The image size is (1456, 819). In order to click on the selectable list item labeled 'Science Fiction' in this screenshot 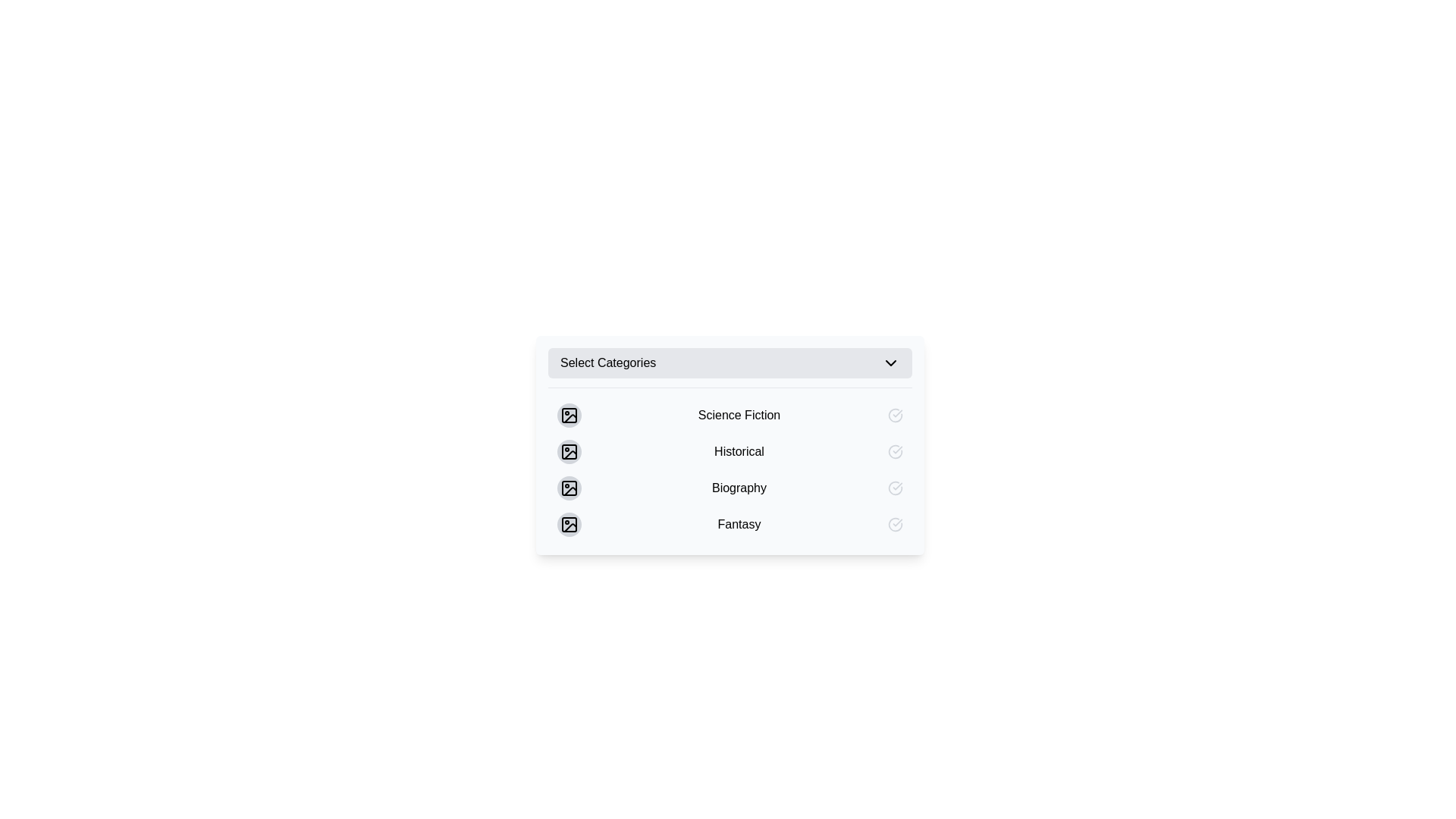, I will do `click(730, 415)`.